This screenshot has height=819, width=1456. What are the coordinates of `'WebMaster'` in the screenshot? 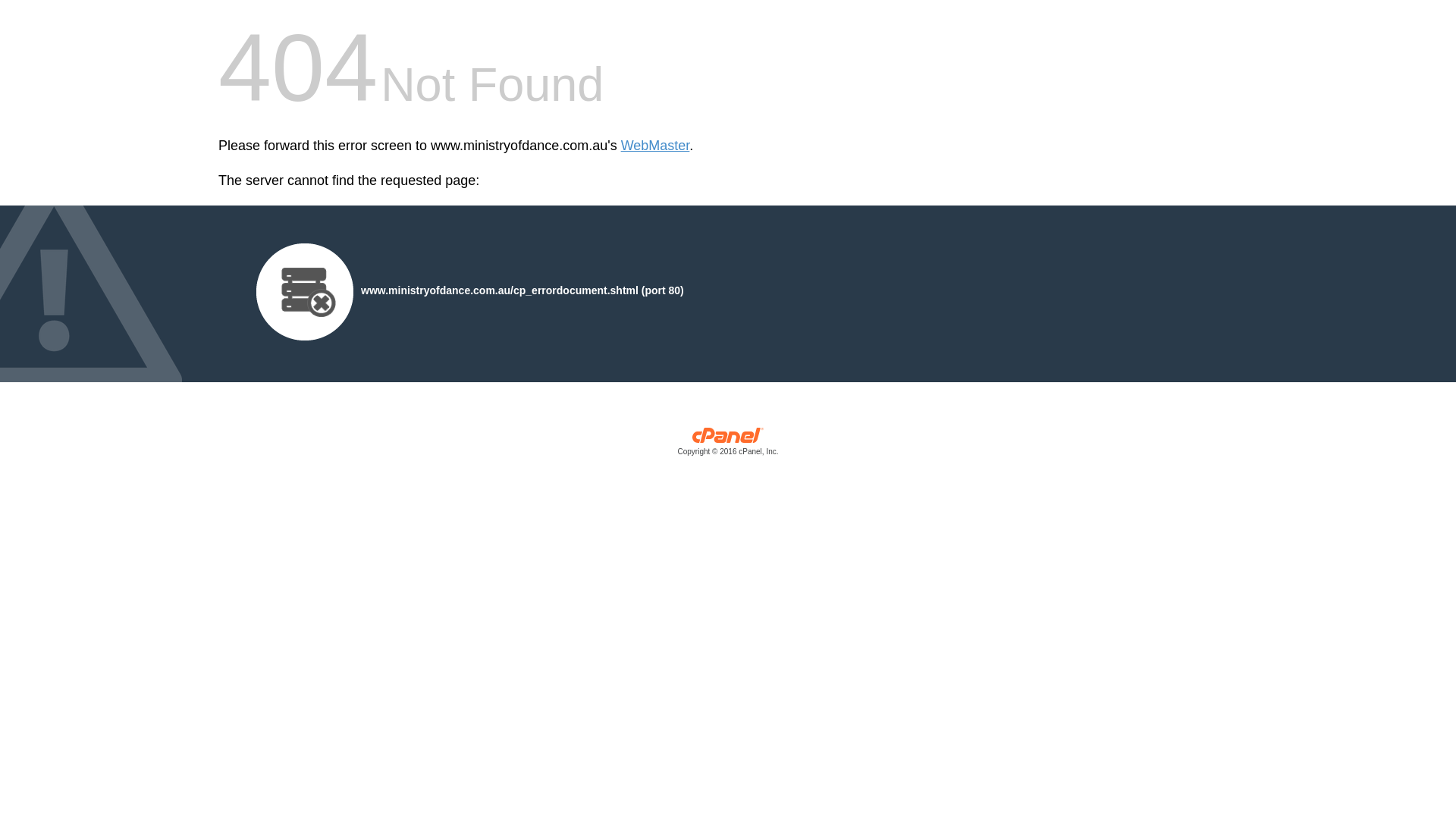 It's located at (655, 146).